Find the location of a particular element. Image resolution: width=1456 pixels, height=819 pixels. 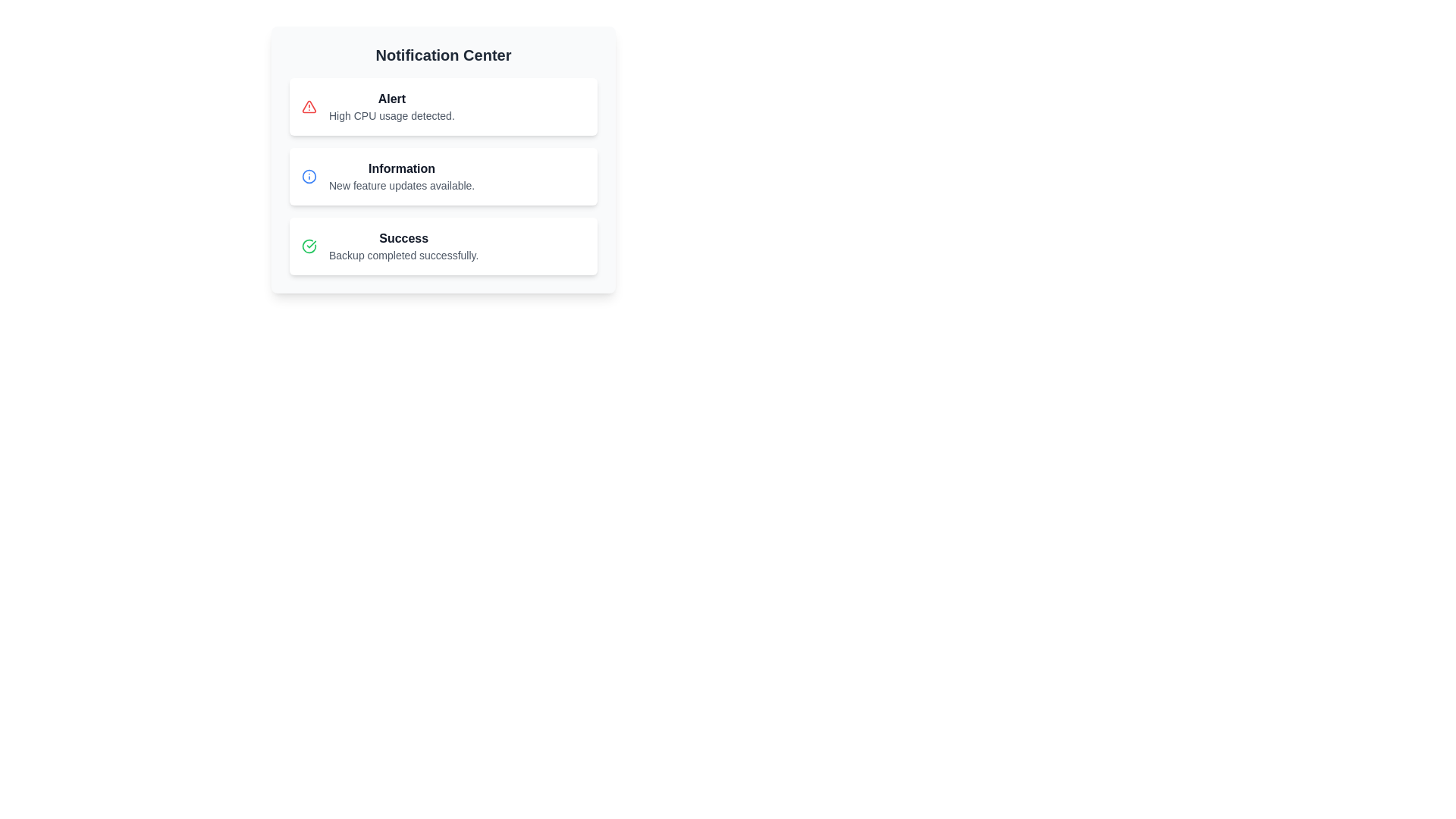

the circular graphic that represents an informational message in the second notification item labeled 'Information' within the Notification Center is located at coordinates (309, 175).